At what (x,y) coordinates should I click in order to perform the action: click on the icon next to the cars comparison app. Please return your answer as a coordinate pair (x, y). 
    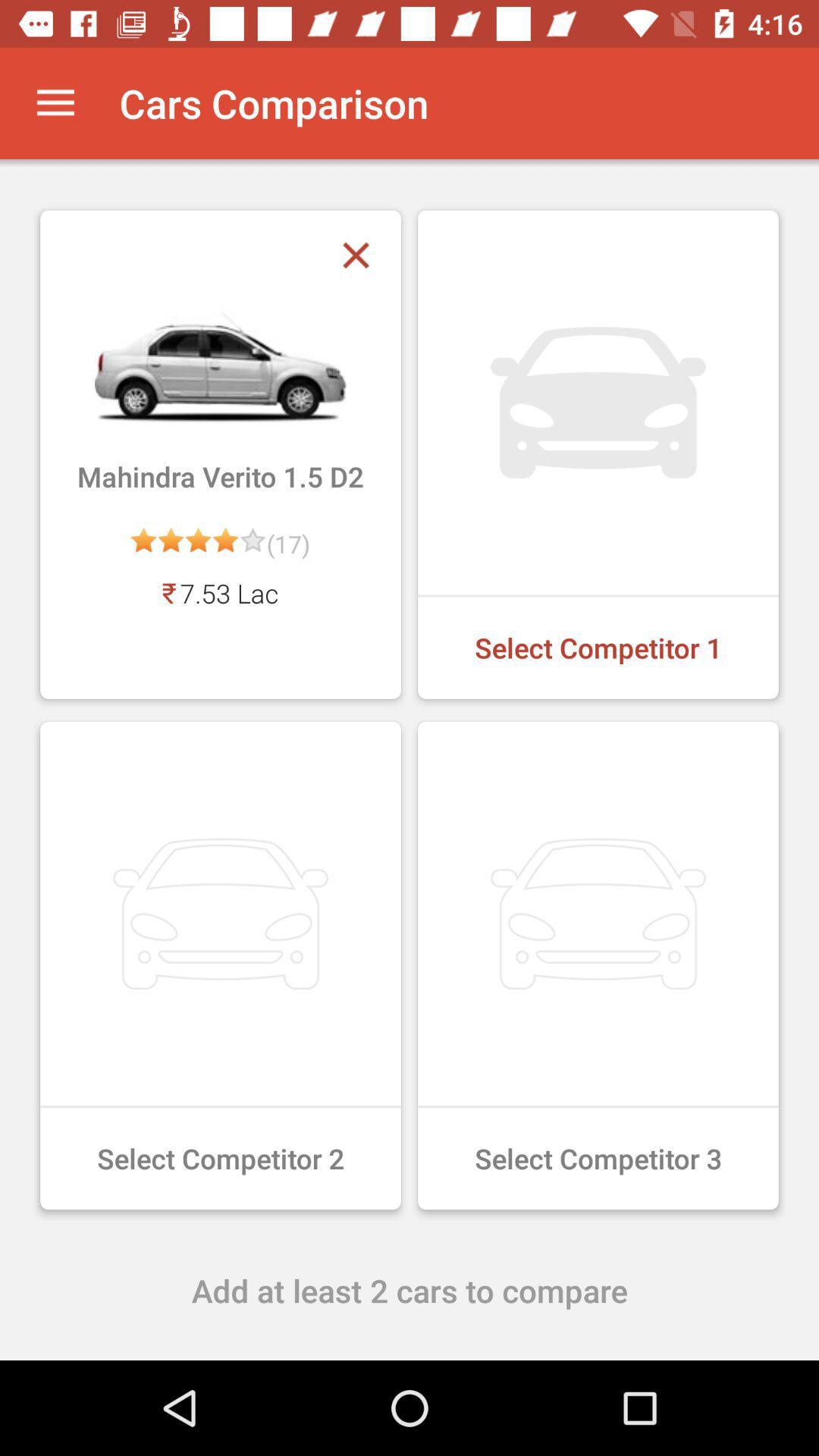
    Looking at the image, I should click on (55, 102).